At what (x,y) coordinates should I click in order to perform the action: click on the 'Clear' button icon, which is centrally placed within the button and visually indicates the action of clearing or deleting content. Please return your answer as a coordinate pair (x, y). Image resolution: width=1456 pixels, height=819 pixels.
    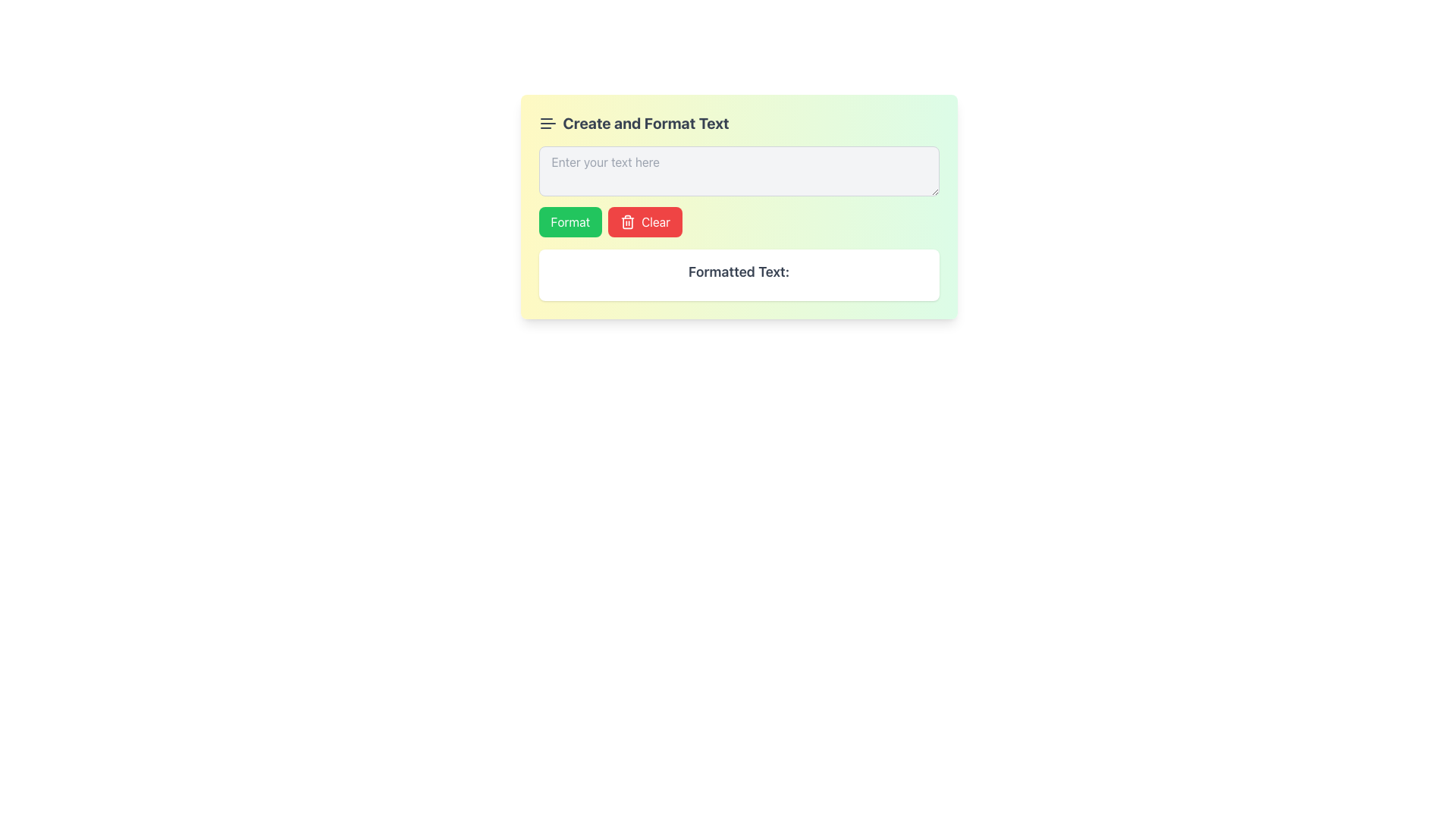
    Looking at the image, I should click on (628, 222).